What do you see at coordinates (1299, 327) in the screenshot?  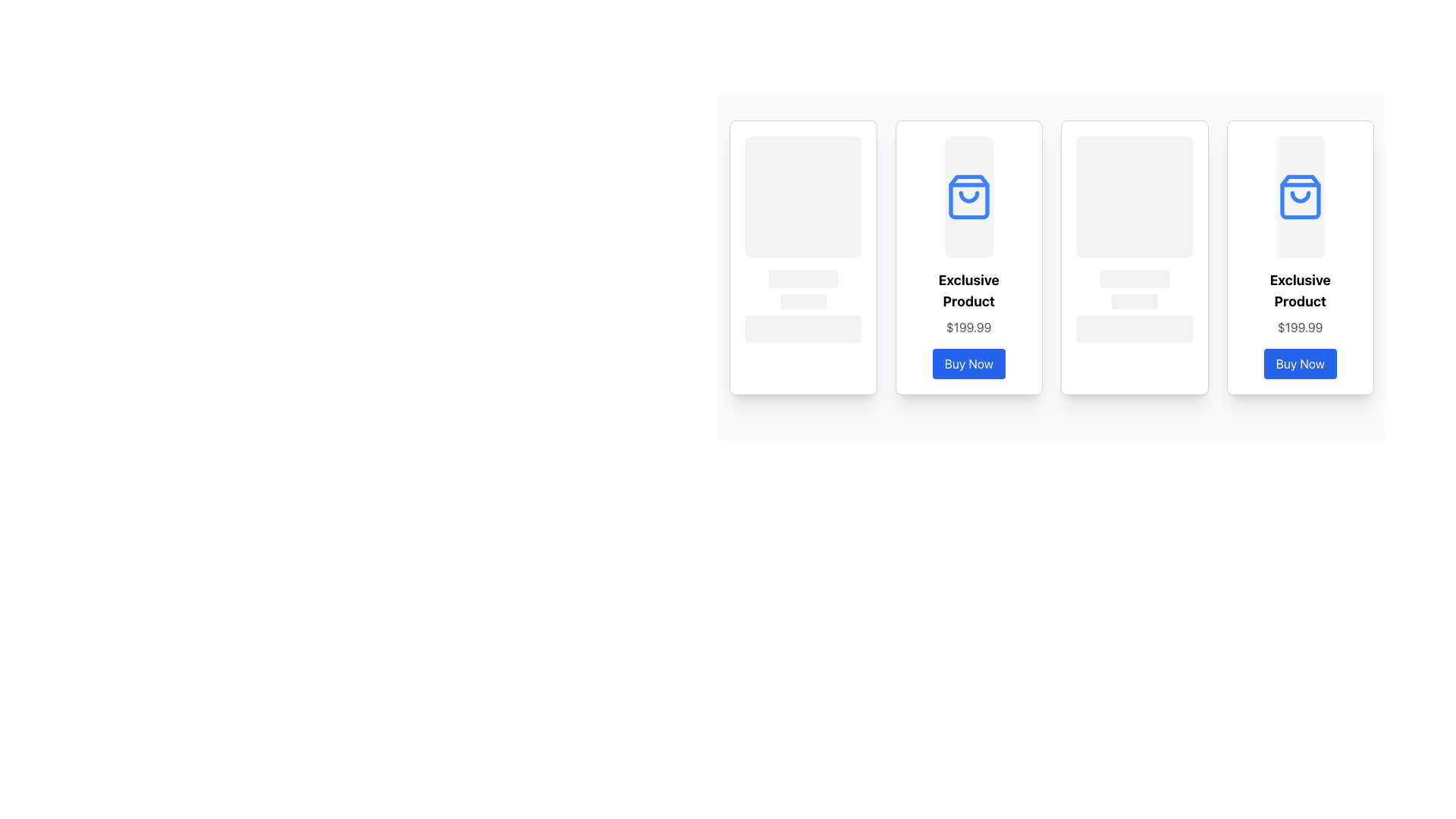 I see `the price text displaying '$199.99' in gray font, located below the 'Exclusive Product' title and above the 'Buy Now' button within the product card` at bounding box center [1299, 327].